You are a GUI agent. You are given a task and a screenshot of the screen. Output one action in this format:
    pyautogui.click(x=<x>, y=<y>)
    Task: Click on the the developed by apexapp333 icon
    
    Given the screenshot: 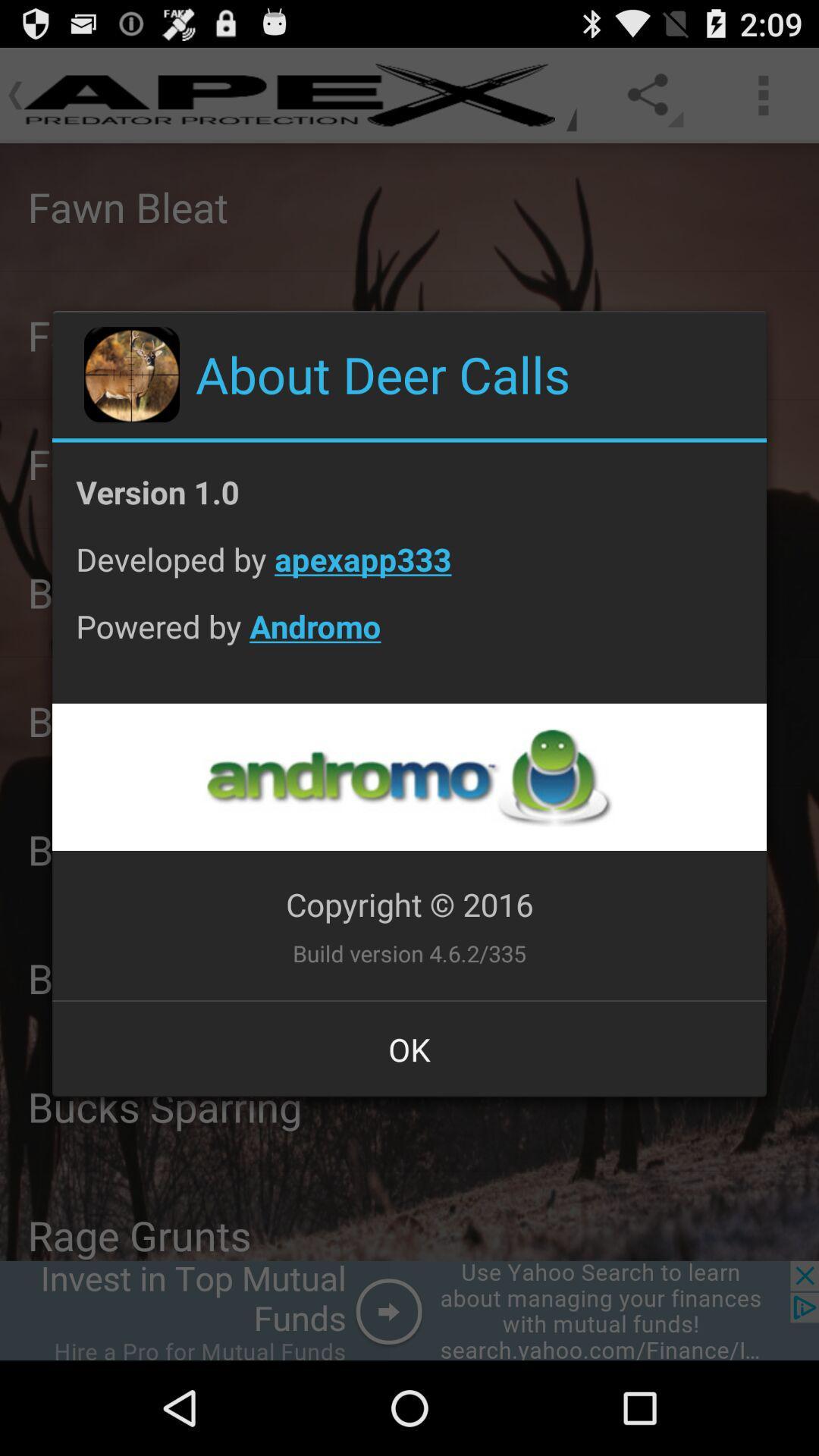 What is the action you would take?
    pyautogui.click(x=409, y=570)
    